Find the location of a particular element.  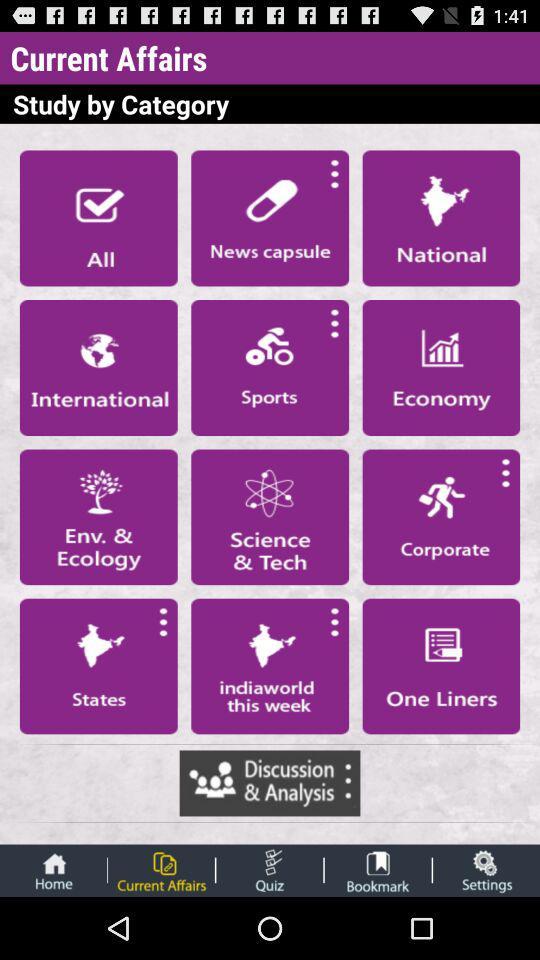

first option under study by category is located at coordinates (97, 218).